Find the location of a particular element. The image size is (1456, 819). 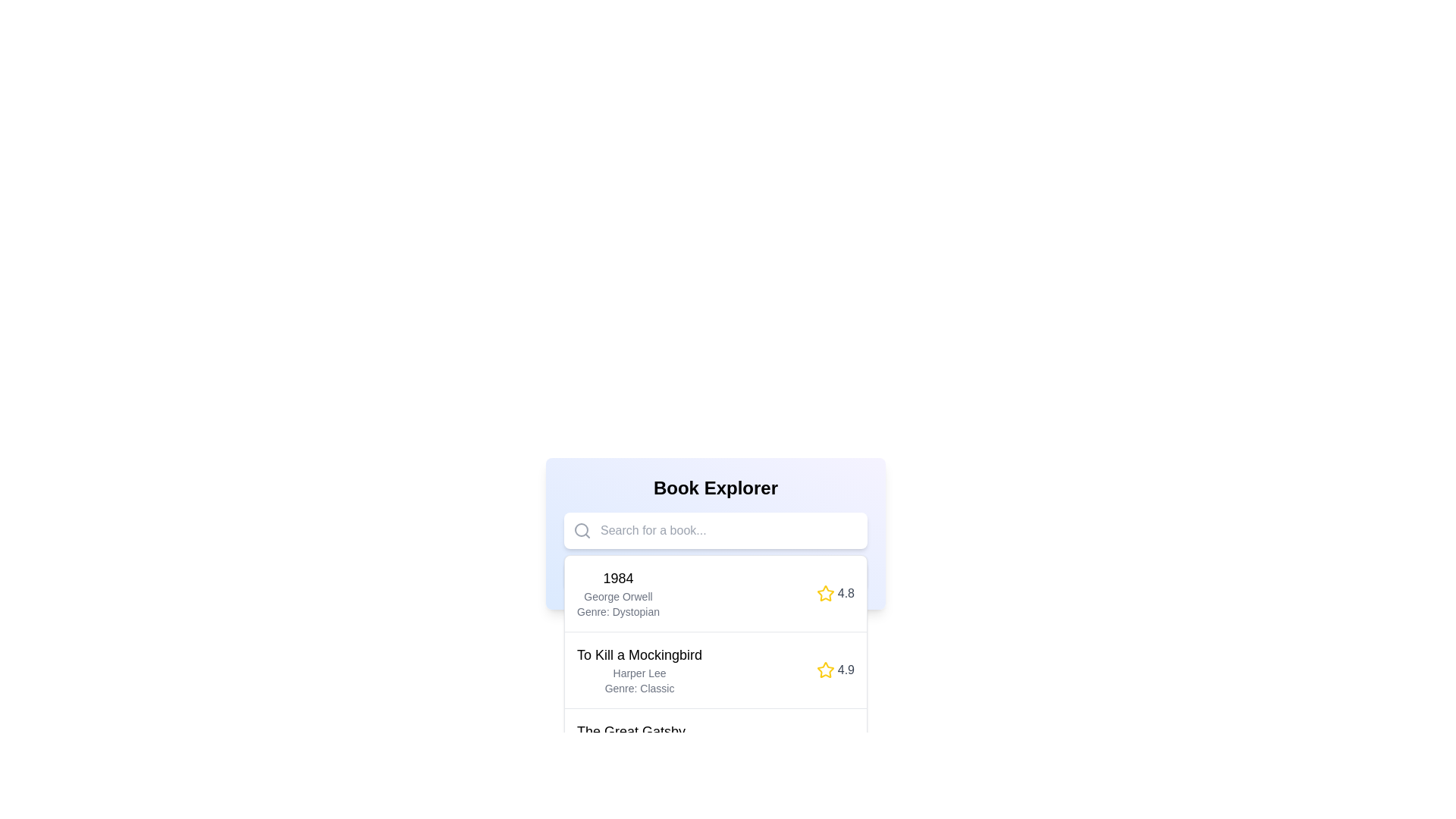

the star-shaped rating icon next to the book titled '1984' is located at coordinates (824, 592).